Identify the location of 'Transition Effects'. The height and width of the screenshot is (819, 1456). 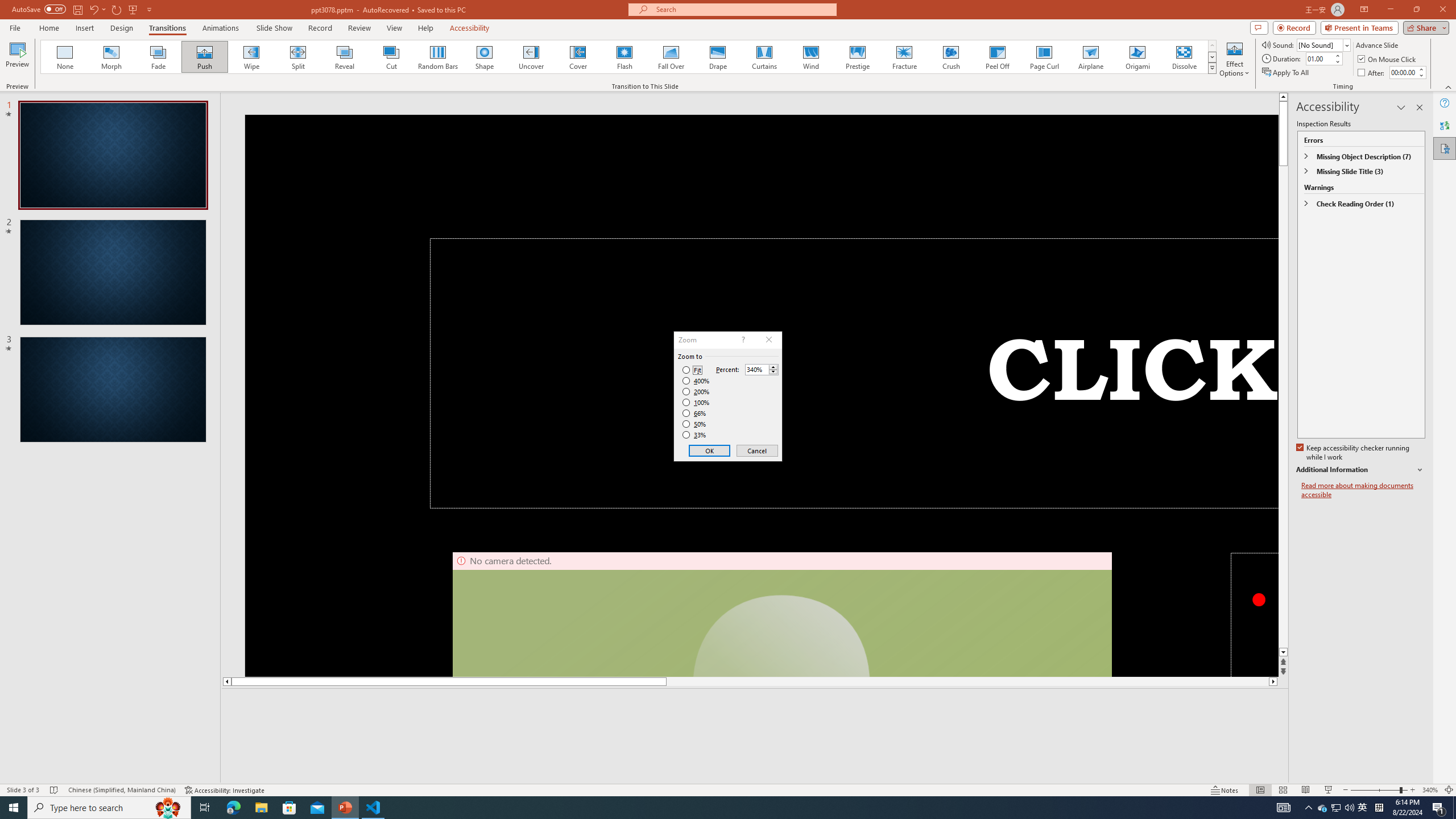
(1212, 67).